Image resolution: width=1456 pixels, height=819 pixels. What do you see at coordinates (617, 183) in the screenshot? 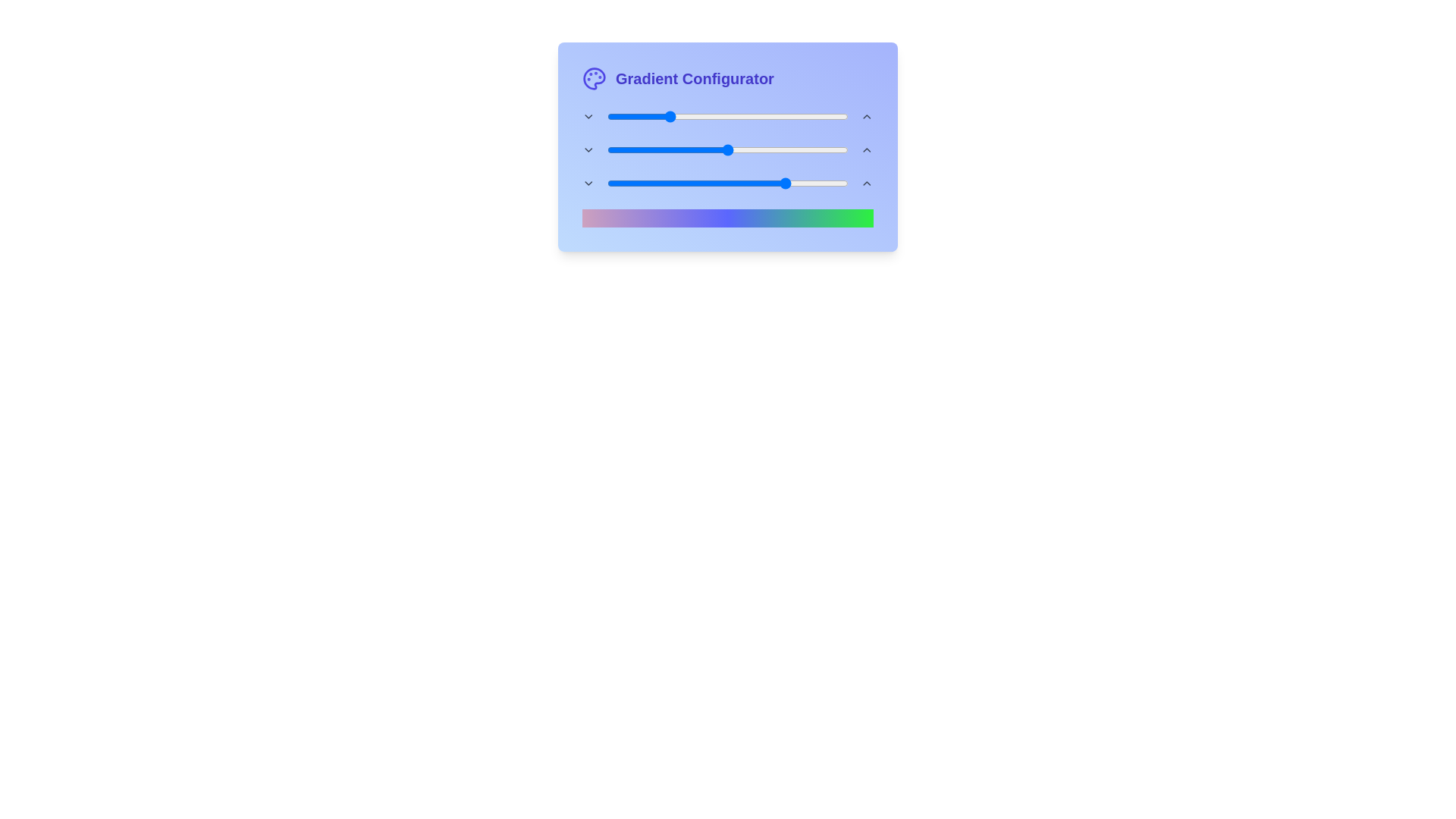
I see `the end gradient slider to 4` at bounding box center [617, 183].